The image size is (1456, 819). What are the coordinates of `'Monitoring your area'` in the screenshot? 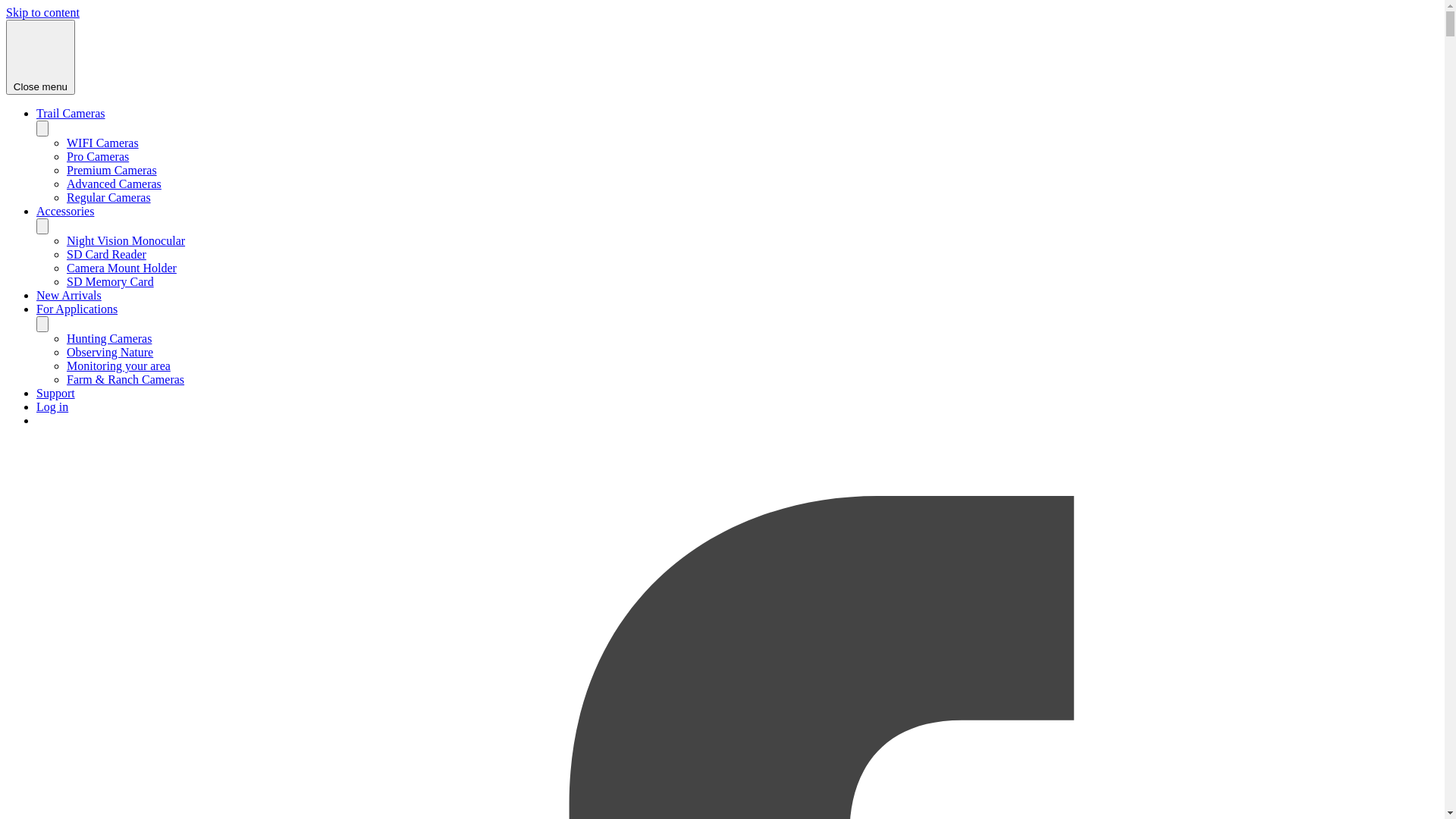 It's located at (118, 366).